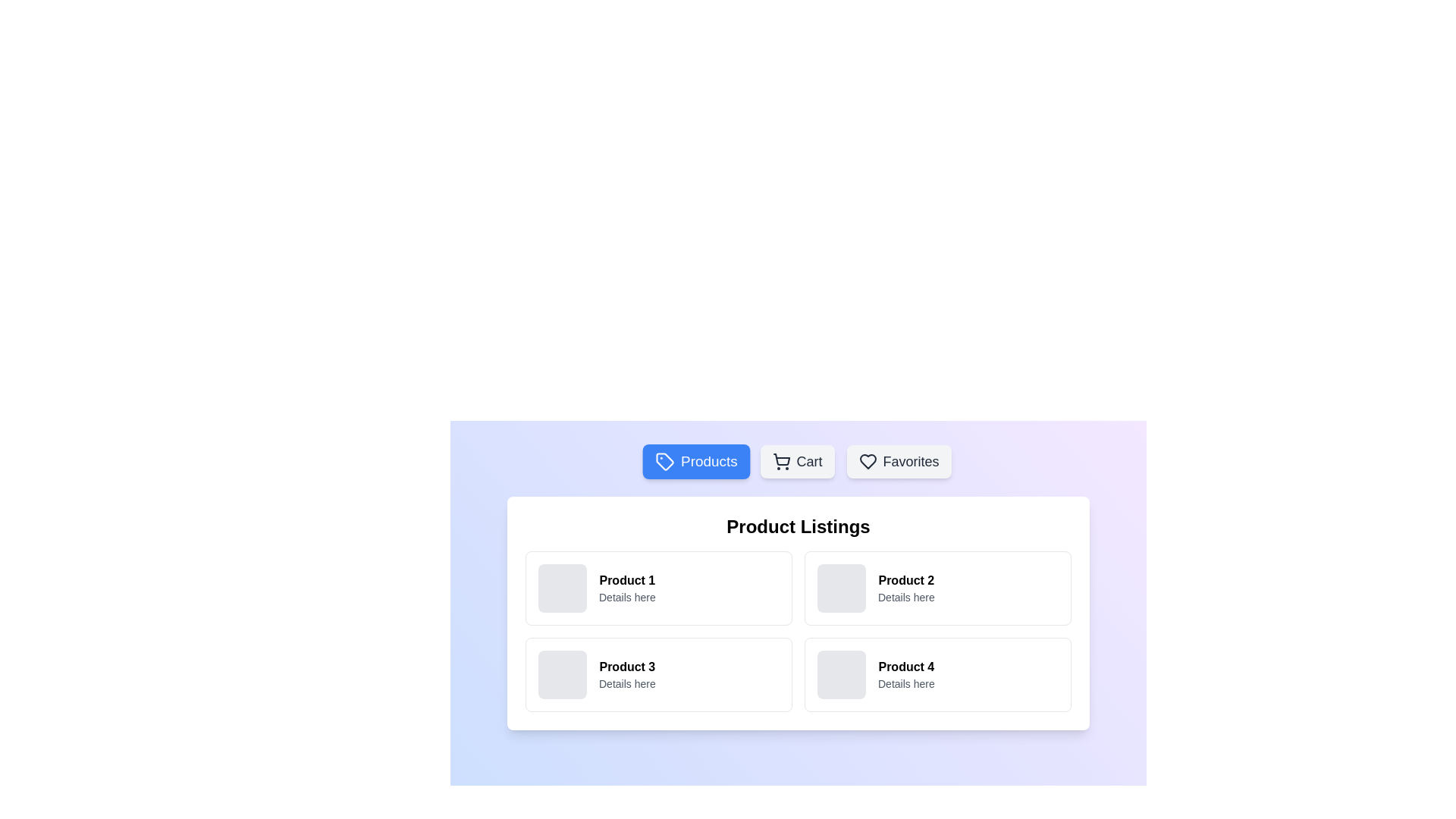 The width and height of the screenshot is (1456, 819). Describe the element at coordinates (906, 674) in the screenshot. I see `the Text component that provides the title and description of Product 4, located in the bottom-right cell of the product listing grid` at that location.